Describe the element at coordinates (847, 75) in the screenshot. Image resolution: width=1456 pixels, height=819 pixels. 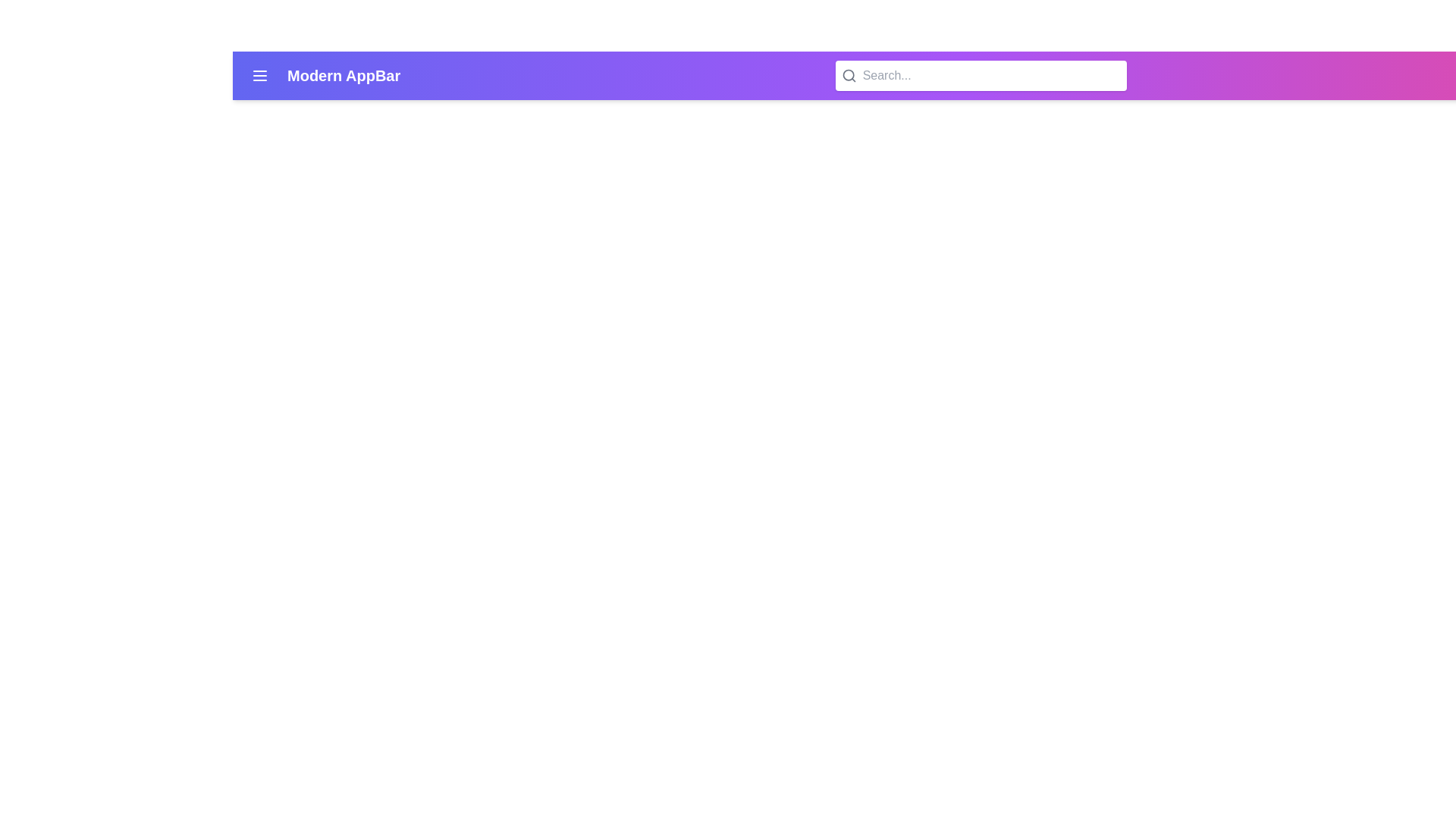
I see `the circular part of the magnifying glass icon located in the top-right corner of the header bar` at that location.